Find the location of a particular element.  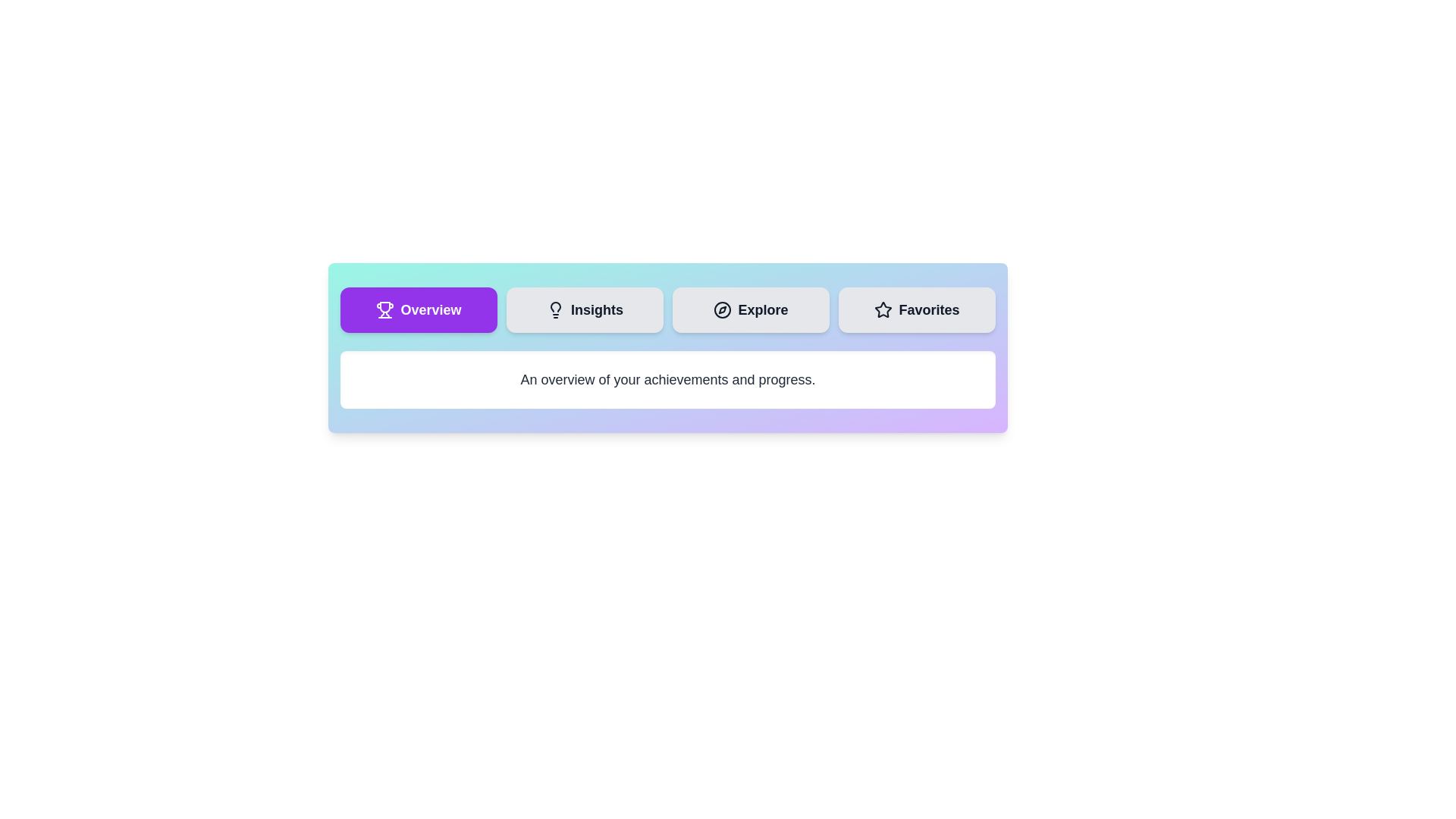

the tab labeled Favorites to observe its hover effect is located at coordinates (916, 309).